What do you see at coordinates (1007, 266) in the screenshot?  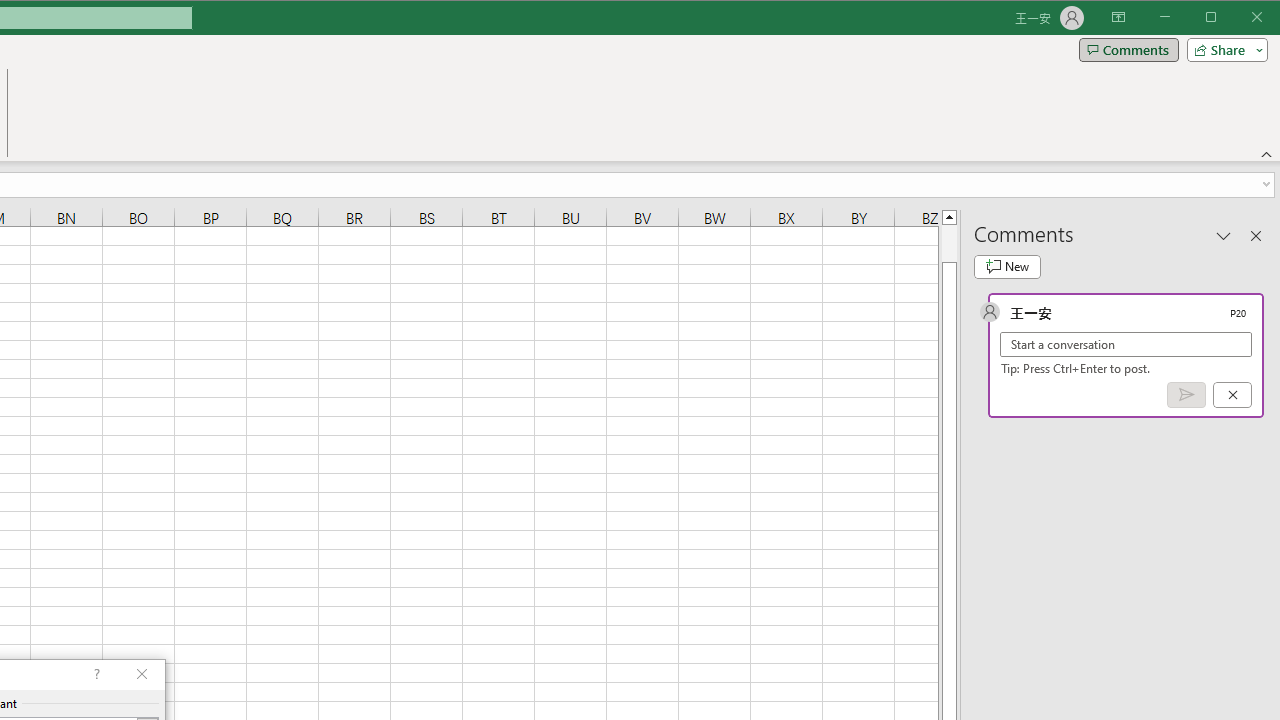 I see `'New comment'` at bounding box center [1007, 266].